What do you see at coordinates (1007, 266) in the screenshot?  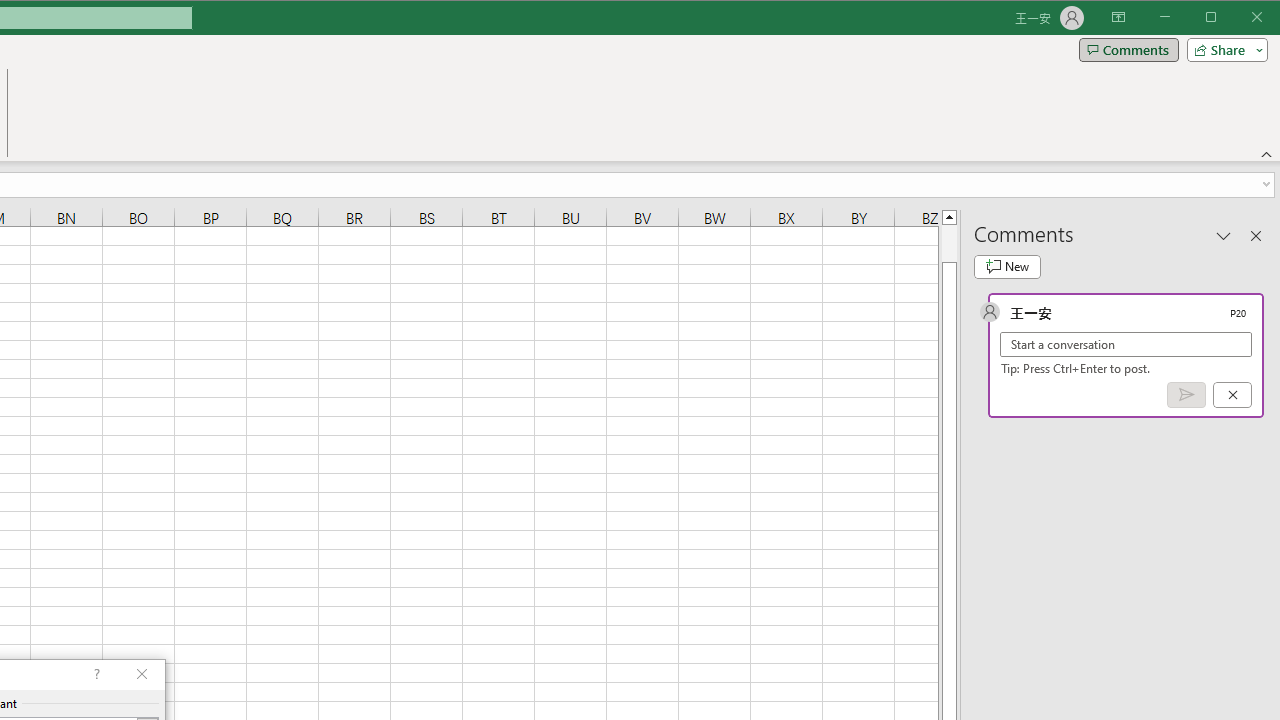 I see `'New comment'` at bounding box center [1007, 266].